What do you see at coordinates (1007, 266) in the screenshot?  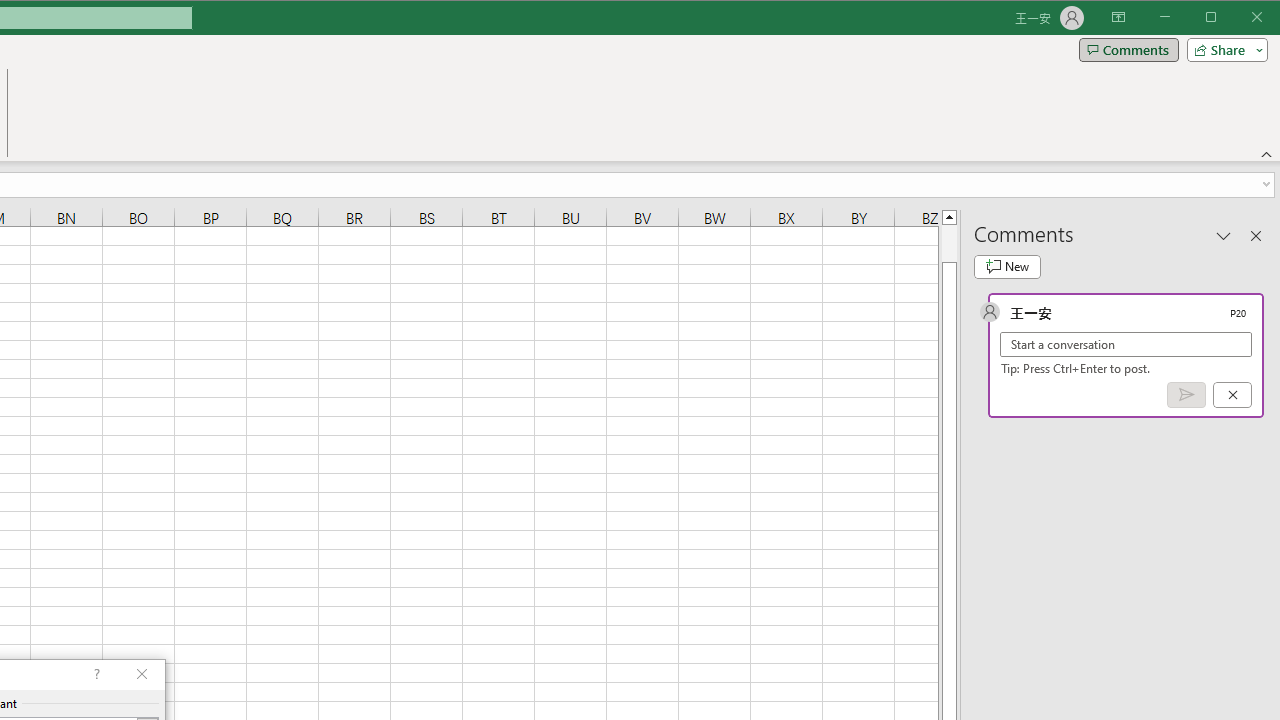 I see `'New comment'` at bounding box center [1007, 266].